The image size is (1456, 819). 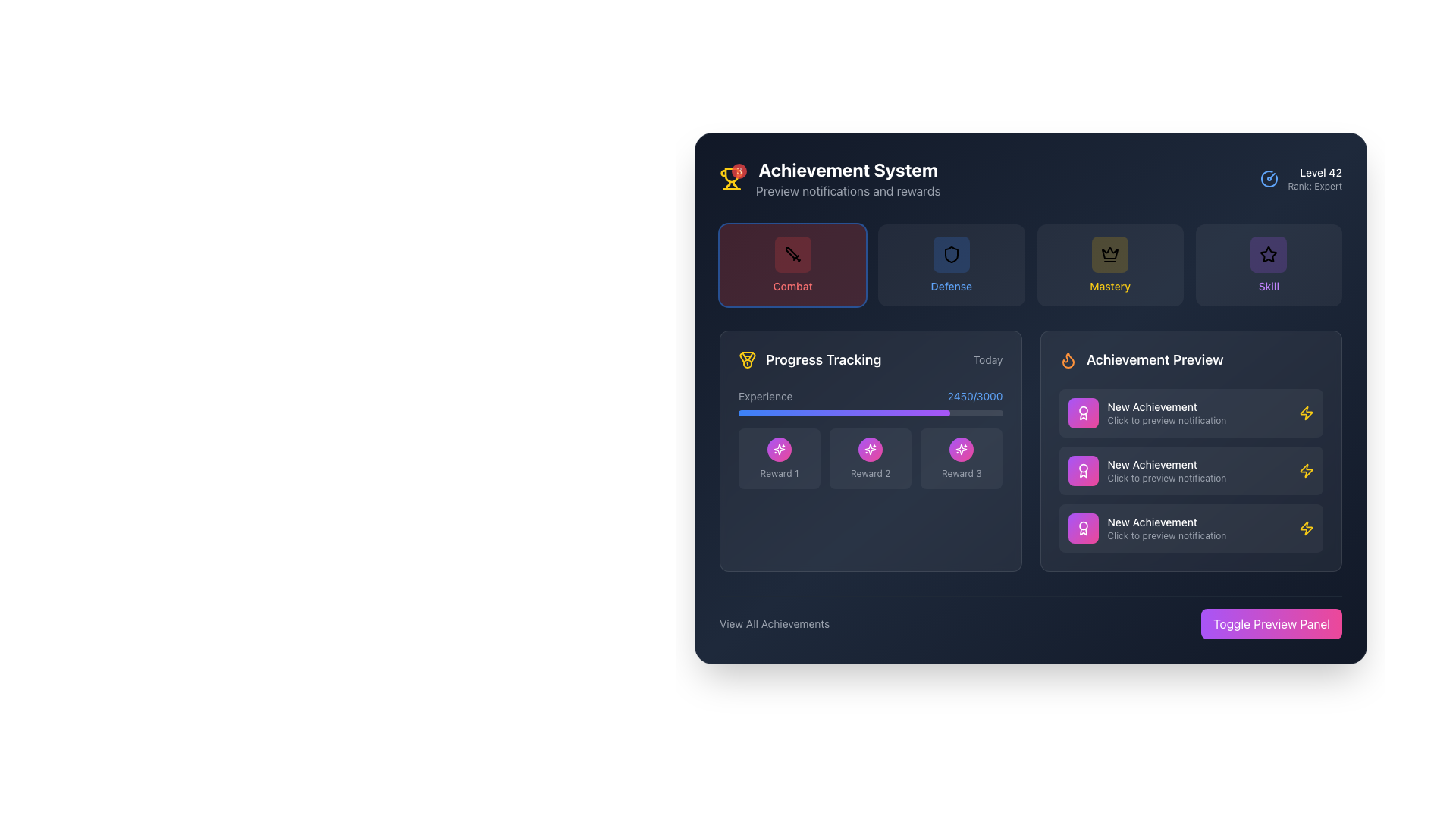 What do you see at coordinates (871, 413) in the screenshot?
I see `the Progress bar located below the 'Experience' text in the 'Progress Tracking' panel` at bounding box center [871, 413].